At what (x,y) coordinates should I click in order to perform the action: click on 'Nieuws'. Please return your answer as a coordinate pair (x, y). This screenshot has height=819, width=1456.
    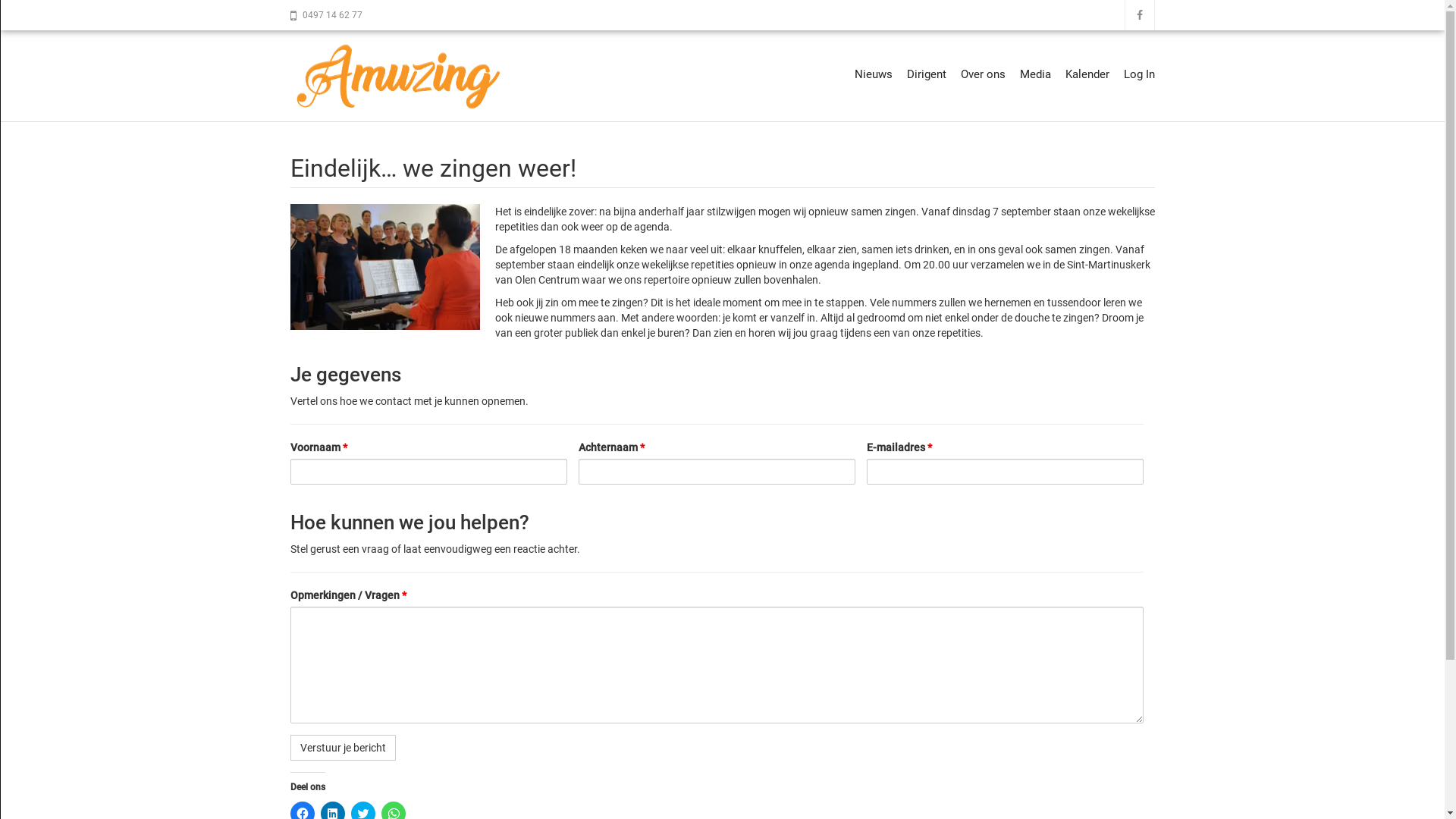
    Looking at the image, I should click on (873, 74).